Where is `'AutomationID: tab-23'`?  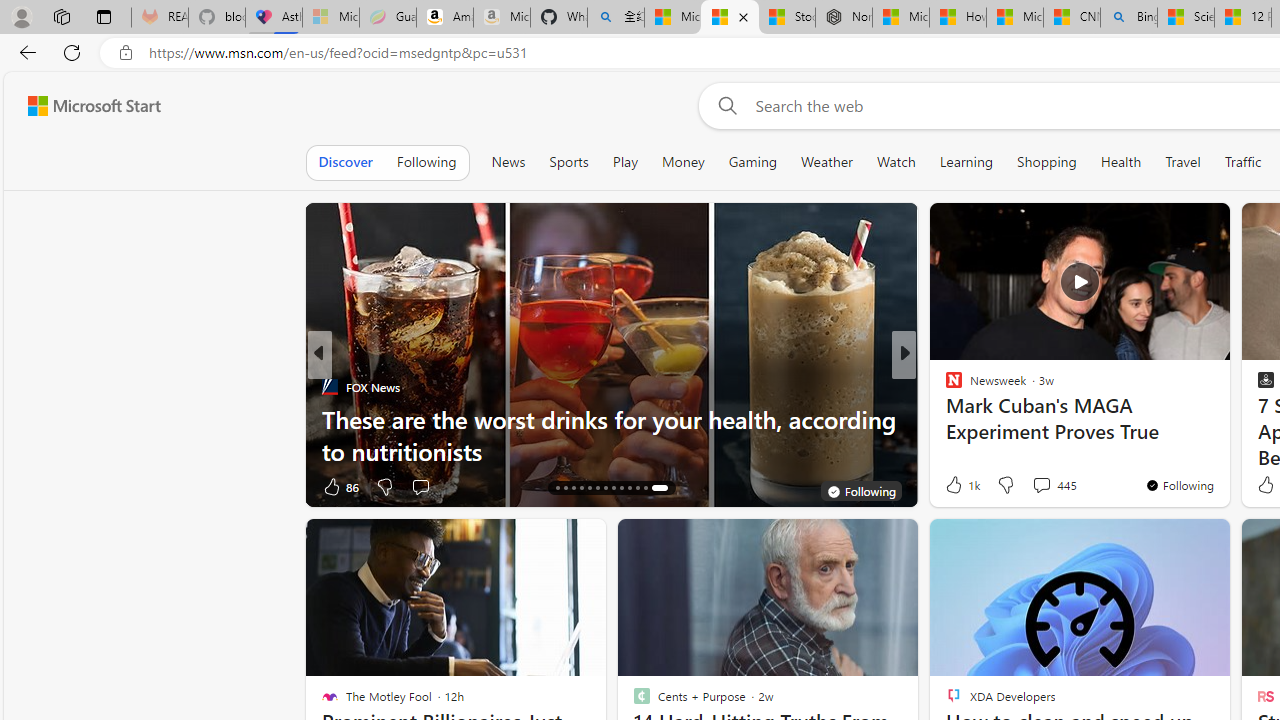
'AutomationID: tab-23' is located at coordinates (628, 488).